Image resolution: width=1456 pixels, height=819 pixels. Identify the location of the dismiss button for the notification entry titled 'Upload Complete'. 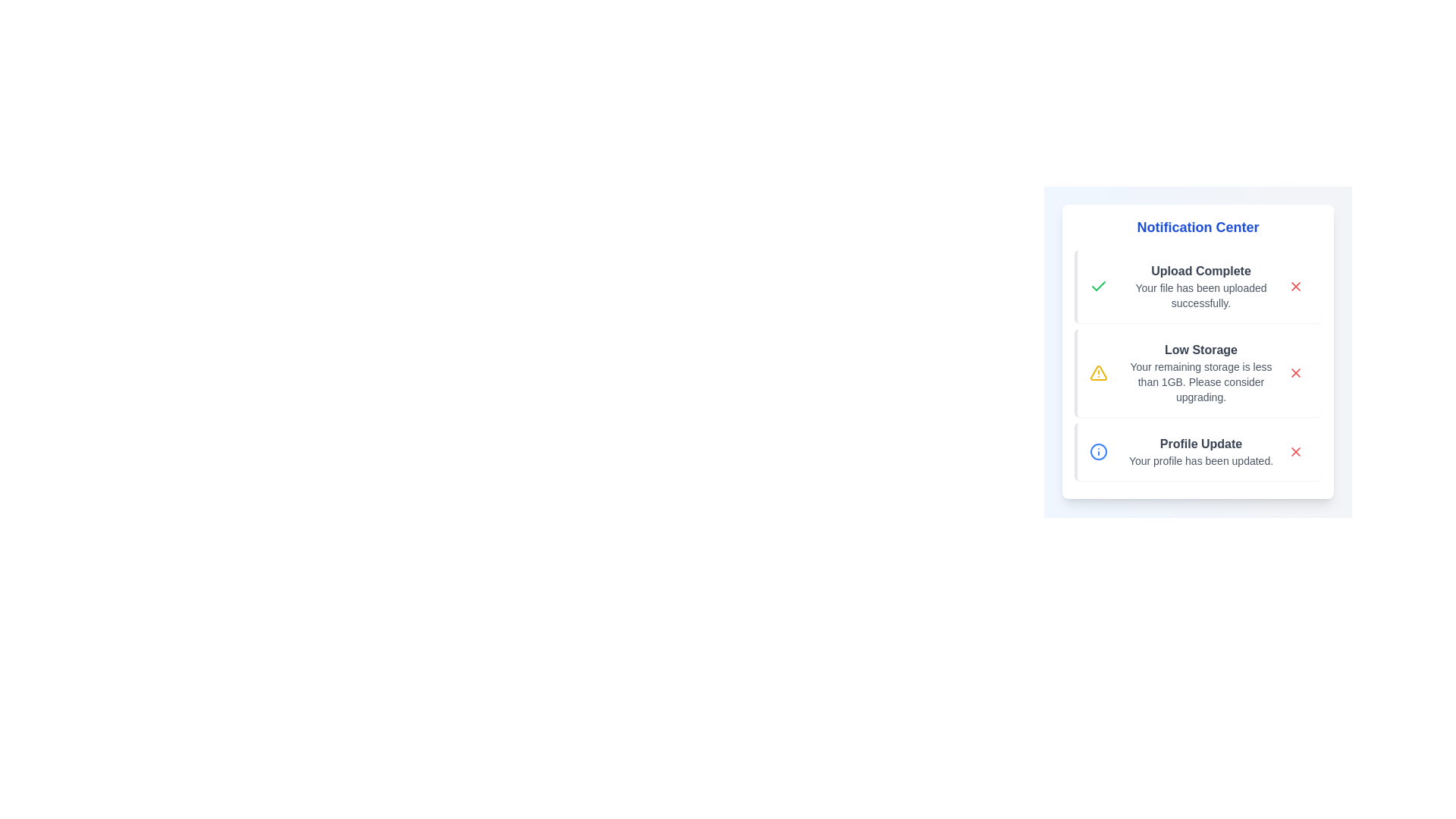
(1294, 287).